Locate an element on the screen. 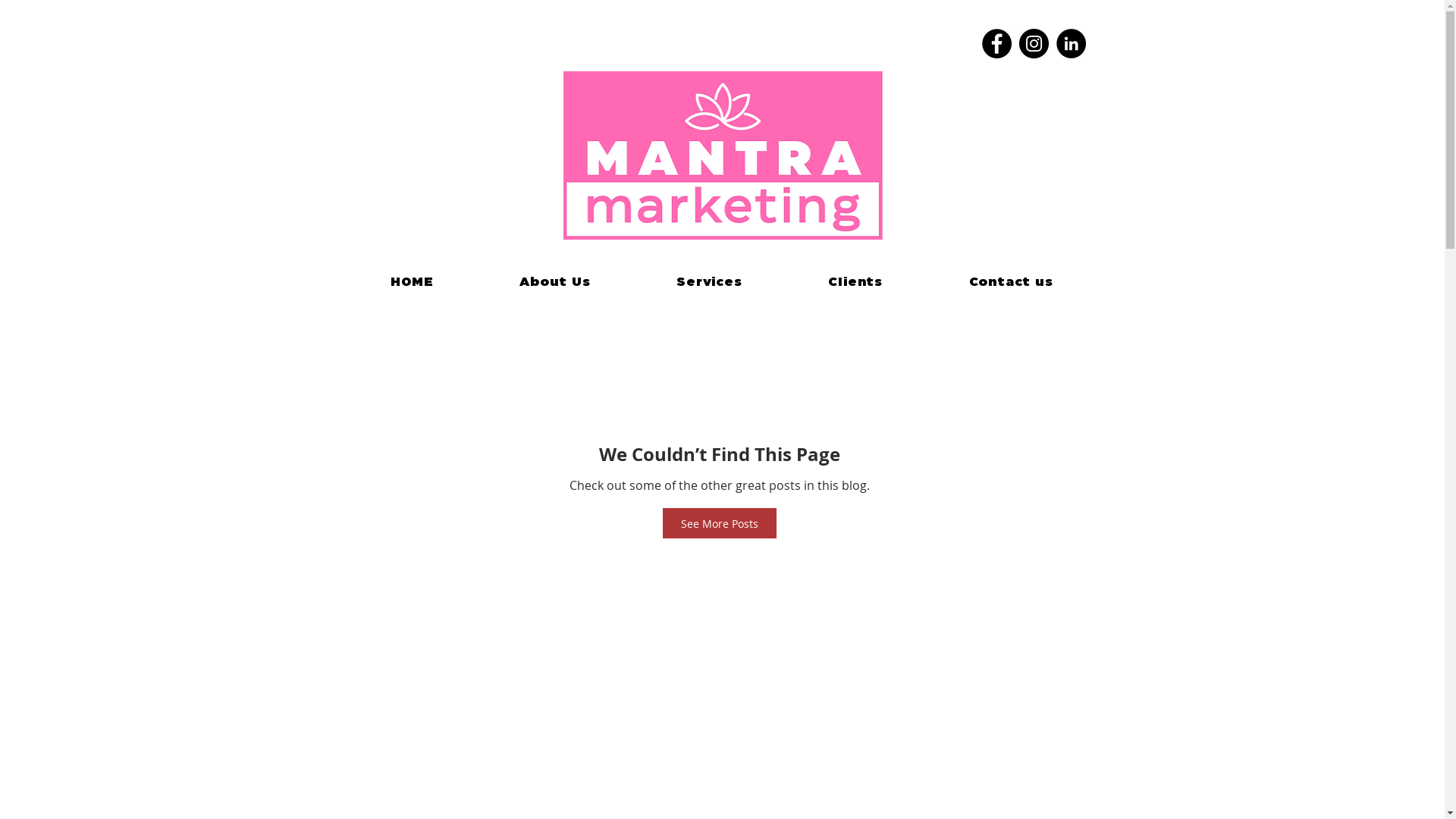 Image resolution: width=1456 pixels, height=819 pixels. 'See More Posts' is located at coordinates (719, 522).